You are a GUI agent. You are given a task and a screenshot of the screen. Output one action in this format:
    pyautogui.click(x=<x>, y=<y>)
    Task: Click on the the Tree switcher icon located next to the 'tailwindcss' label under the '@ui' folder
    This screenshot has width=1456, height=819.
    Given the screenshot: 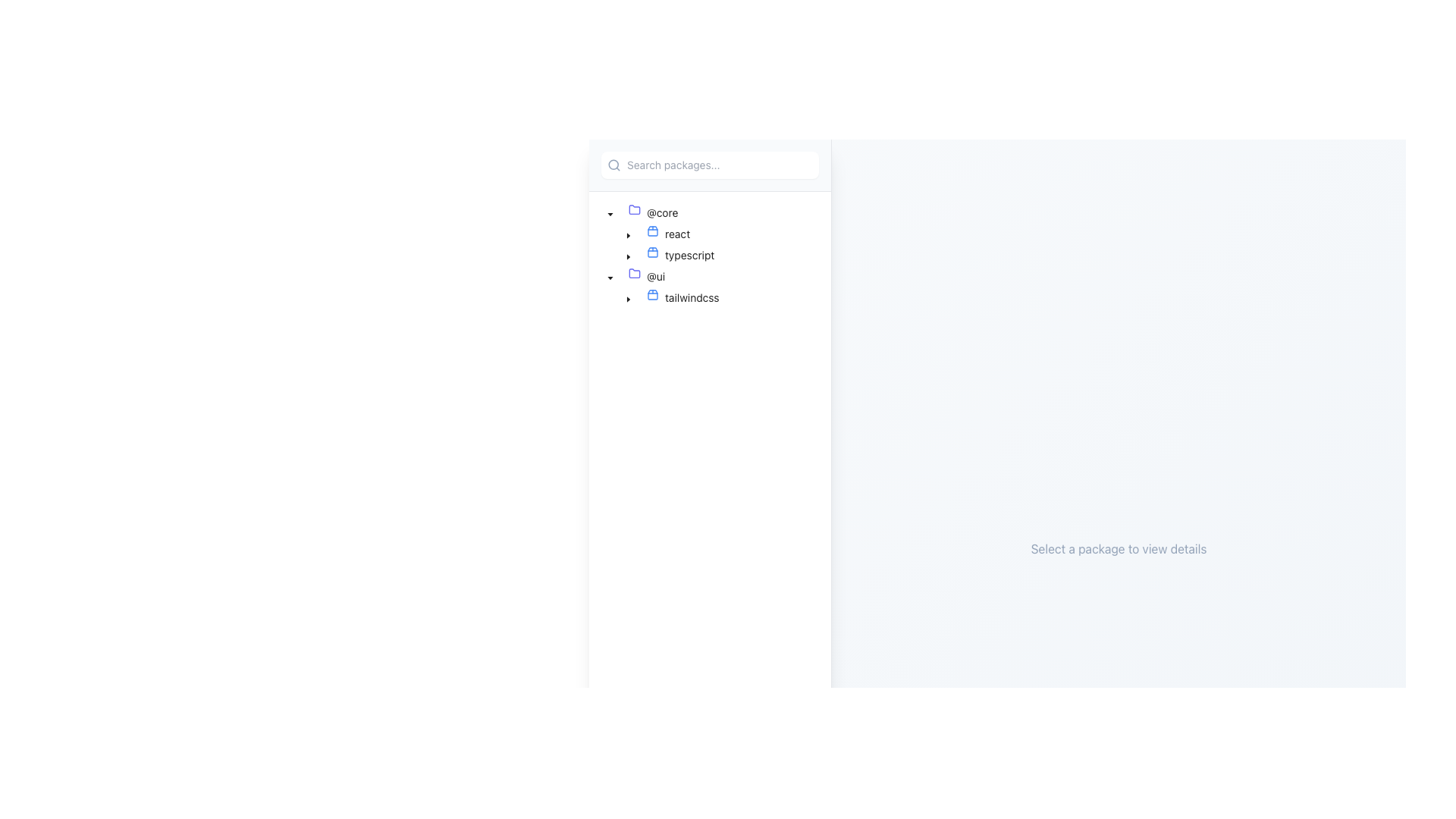 What is the action you would take?
    pyautogui.click(x=629, y=298)
    